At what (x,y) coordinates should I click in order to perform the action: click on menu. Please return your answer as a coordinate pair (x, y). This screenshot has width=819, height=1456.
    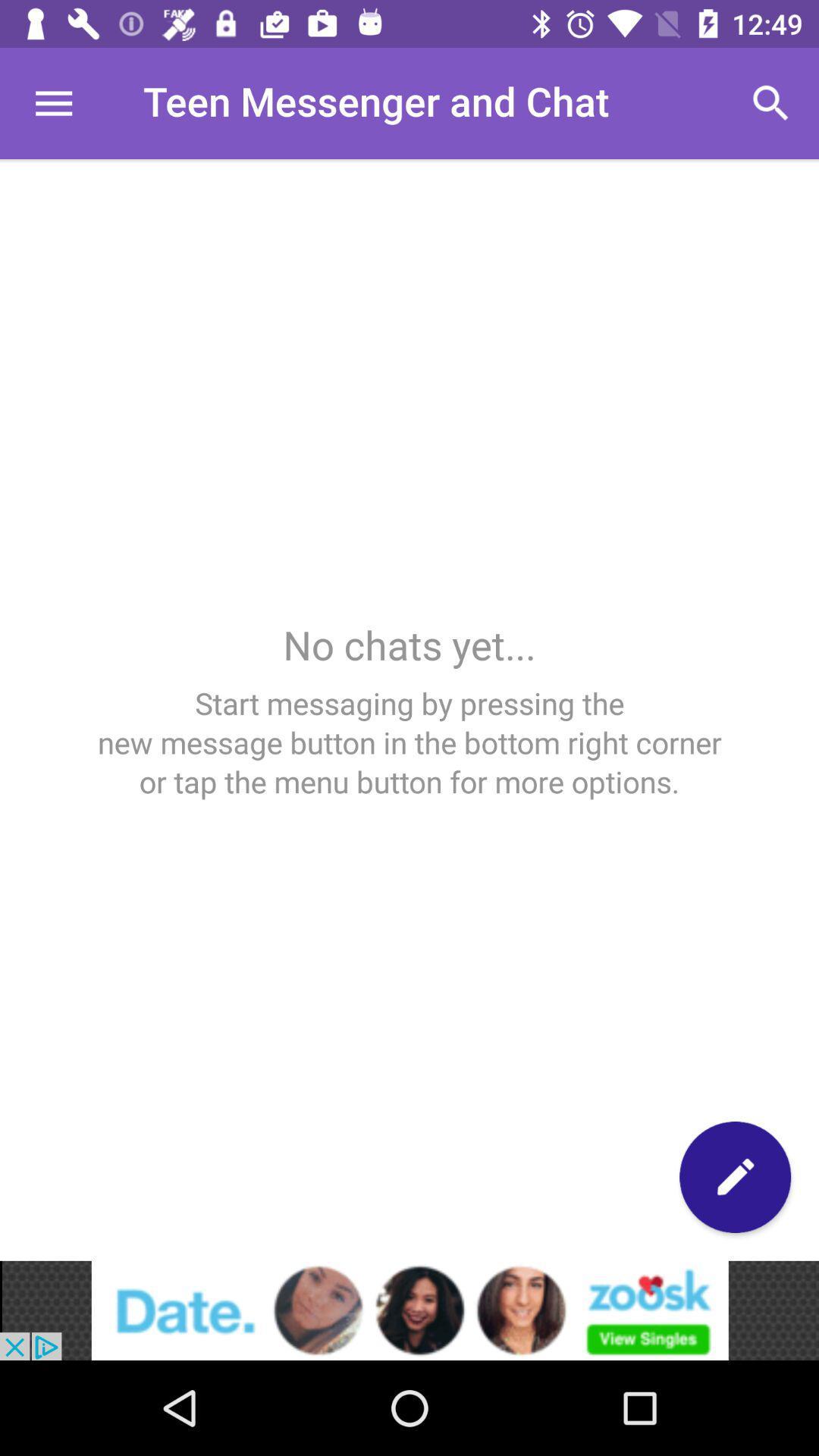
    Looking at the image, I should click on (52, 102).